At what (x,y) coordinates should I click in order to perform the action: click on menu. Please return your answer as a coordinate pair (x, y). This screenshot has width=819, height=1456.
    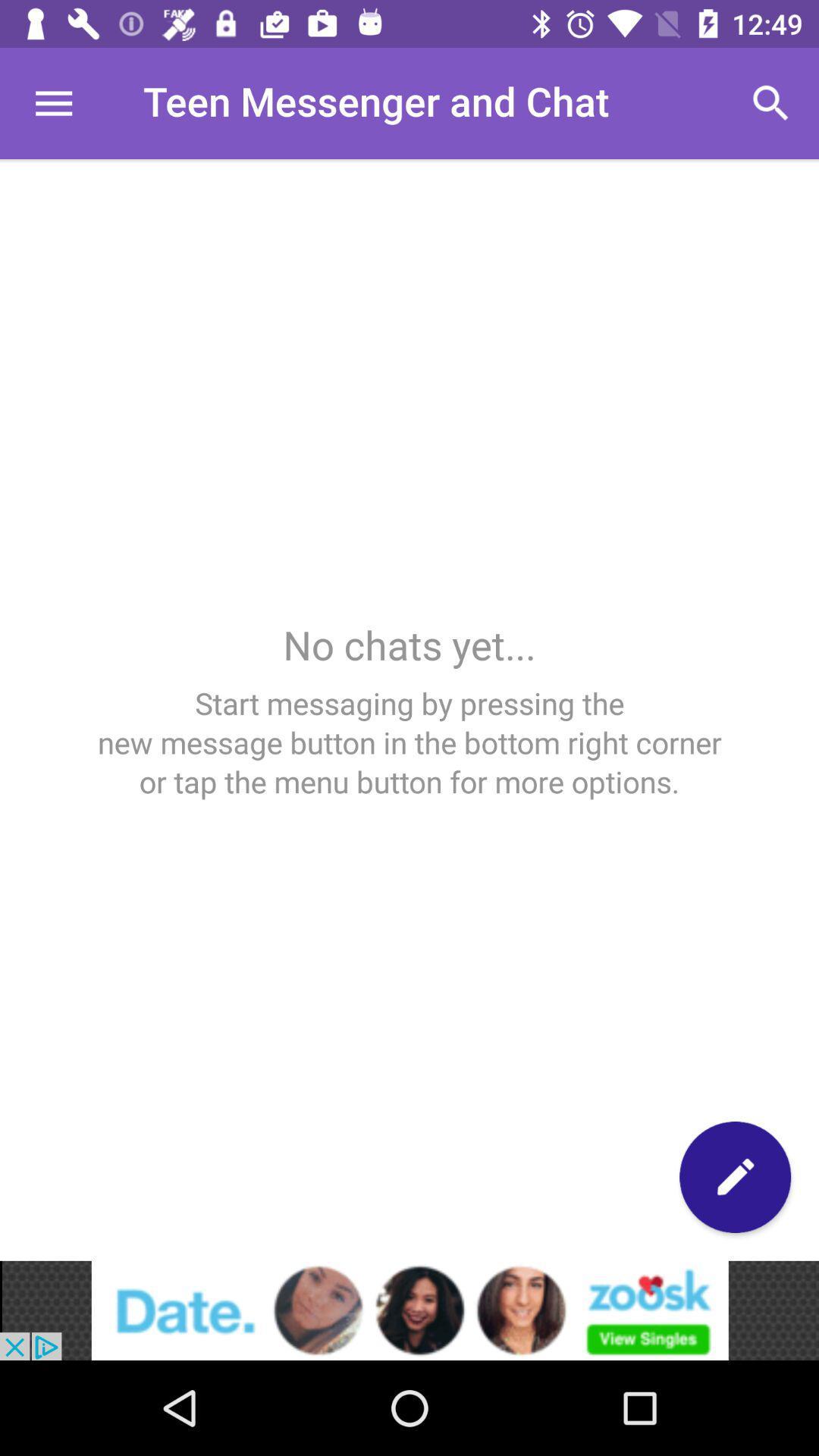
    Looking at the image, I should click on (52, 102).